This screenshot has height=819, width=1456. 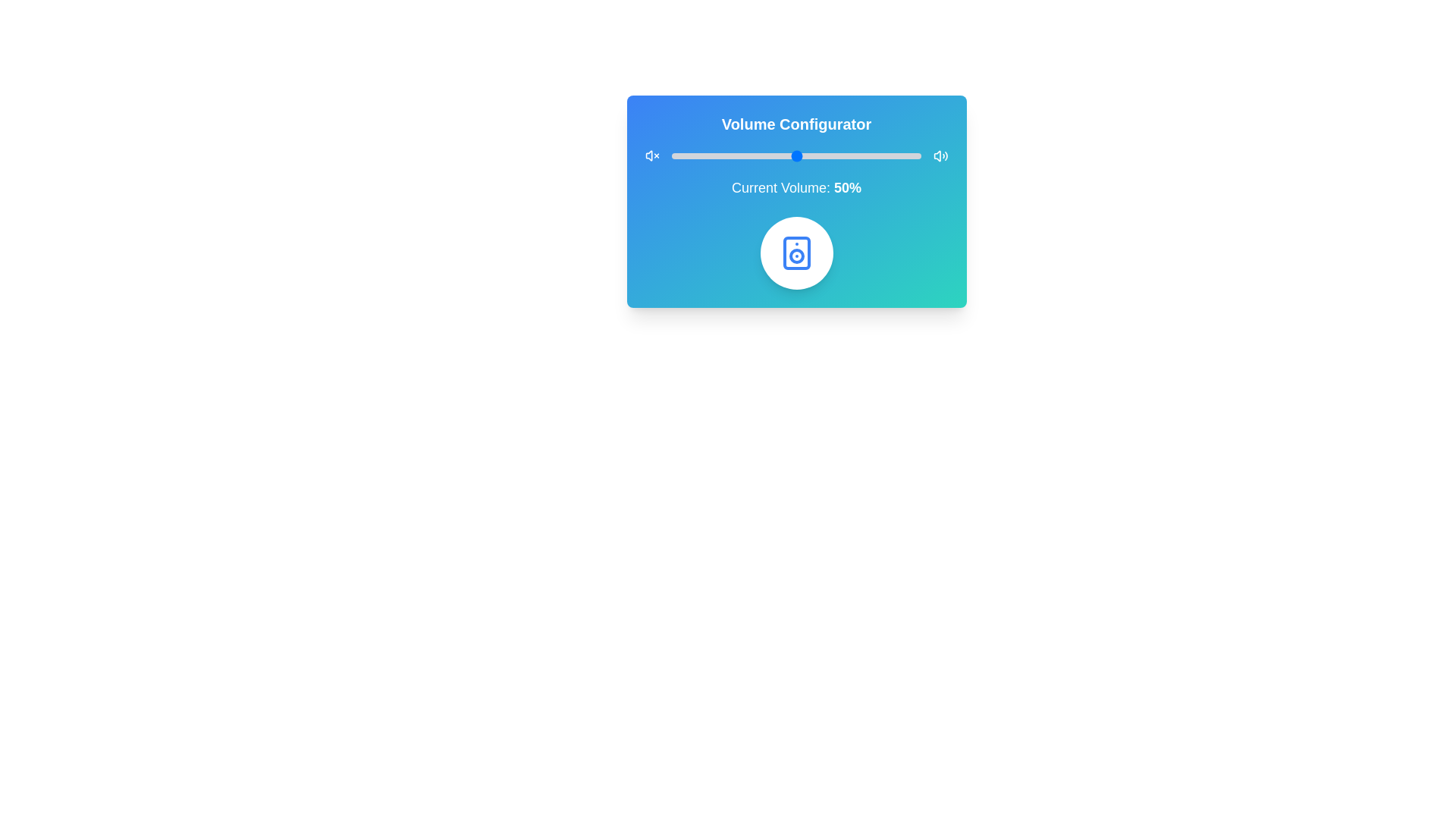 What do you see at coordinates (698, 155) in the screenshot?
I see `the volume slider to set the volume to 11%` at bounding box center [698, 155].